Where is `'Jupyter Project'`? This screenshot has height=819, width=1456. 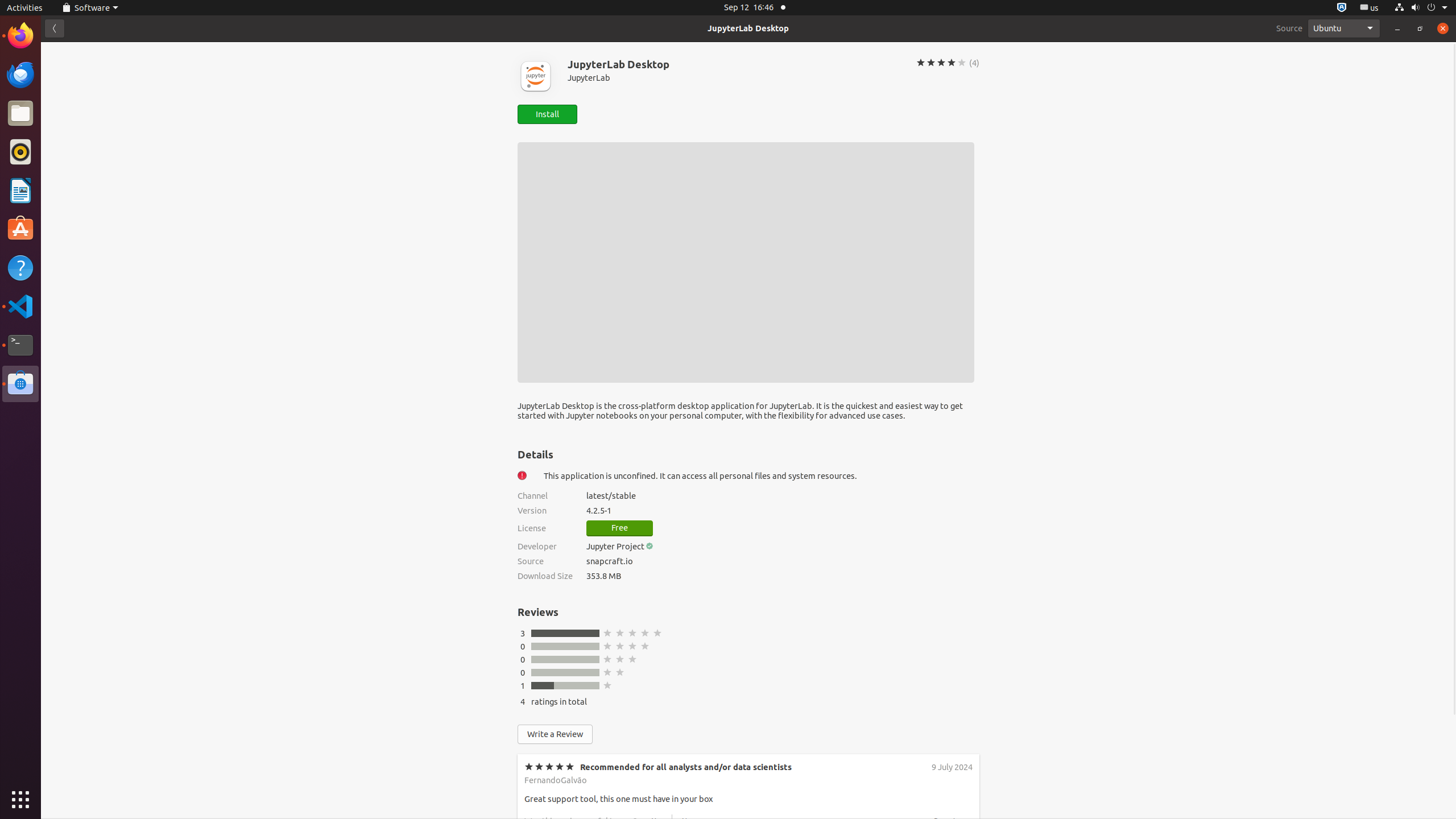 'Jupyter Project' is located at coordinates (615, 546).